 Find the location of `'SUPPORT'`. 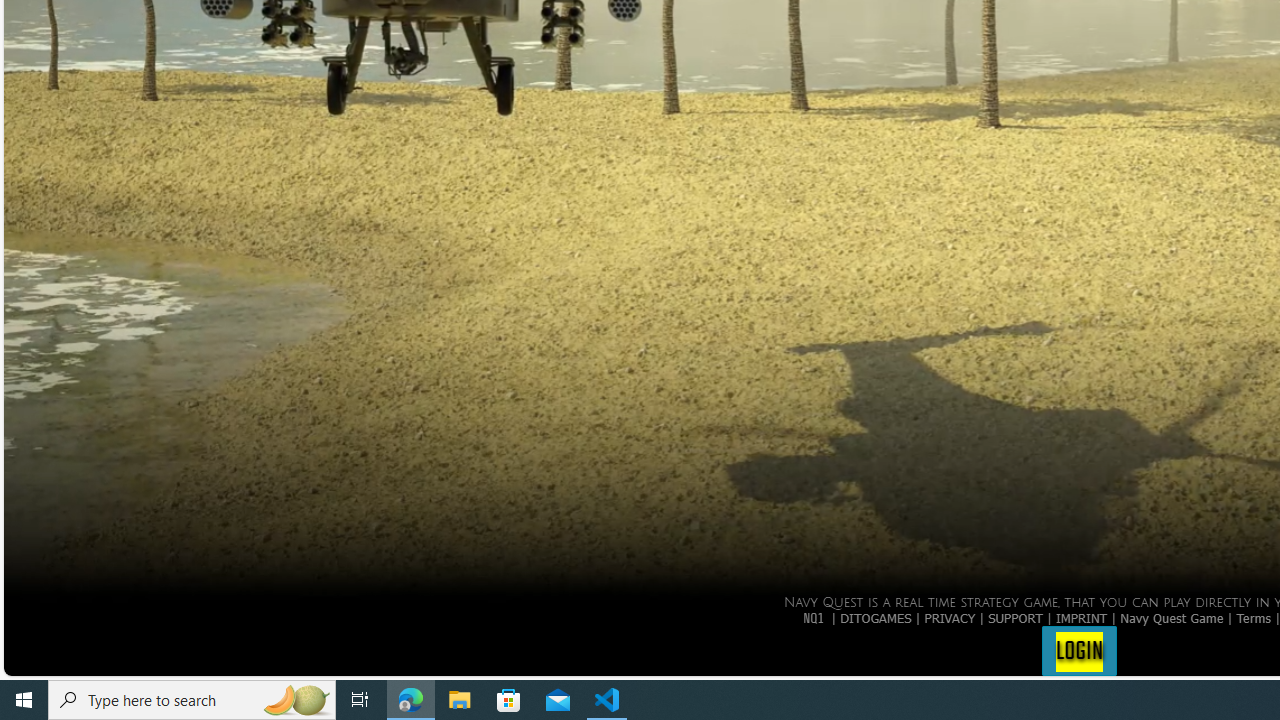

'SUPPORT' is located at coordinates (1015, 616).